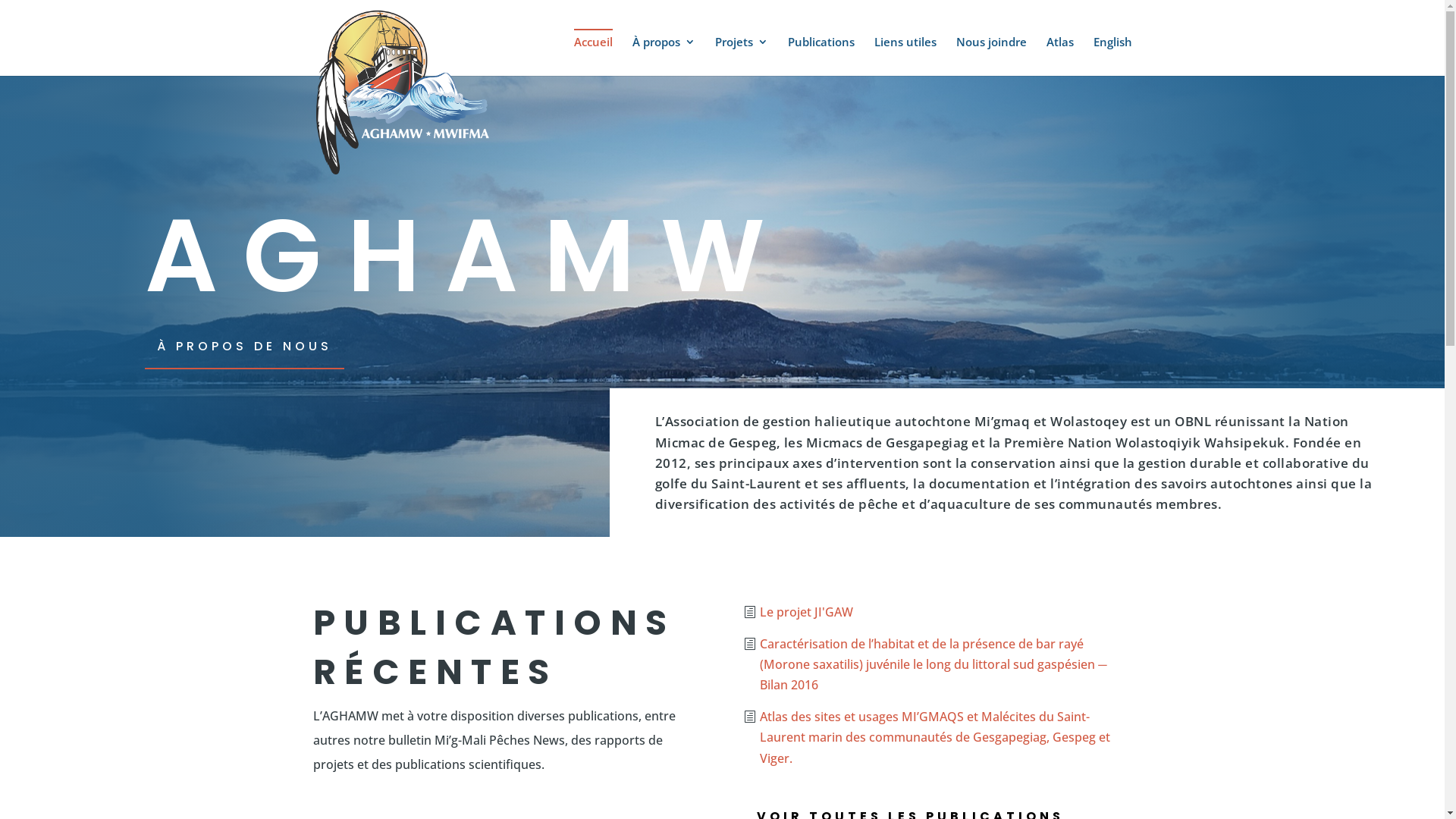 This screenshot has height=819, width=1456. What do you see at coordinates (905, 55) in the screenshot?
I see `'Liens utiles'` at bounding box center [905, 55].